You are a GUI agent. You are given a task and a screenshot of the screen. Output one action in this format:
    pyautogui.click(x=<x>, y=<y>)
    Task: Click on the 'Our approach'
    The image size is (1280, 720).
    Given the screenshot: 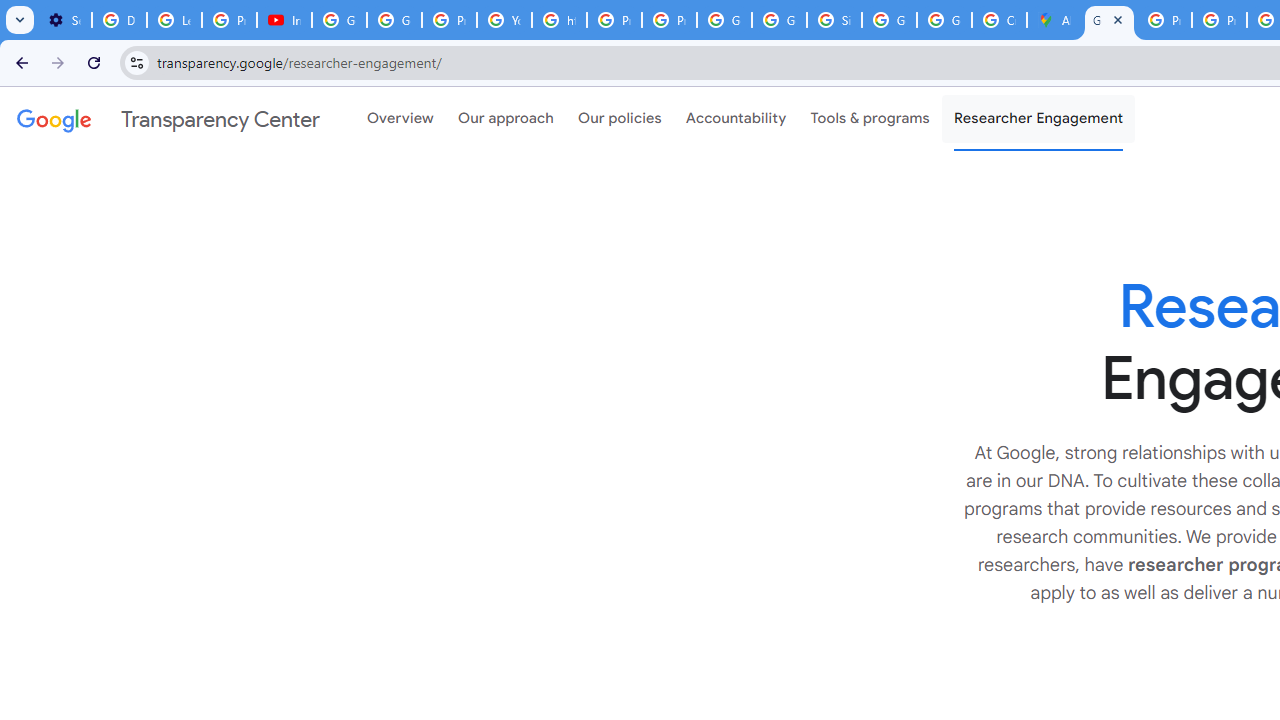 What is the action you would take?
    pyautogui.click(x=506, y=119)
    